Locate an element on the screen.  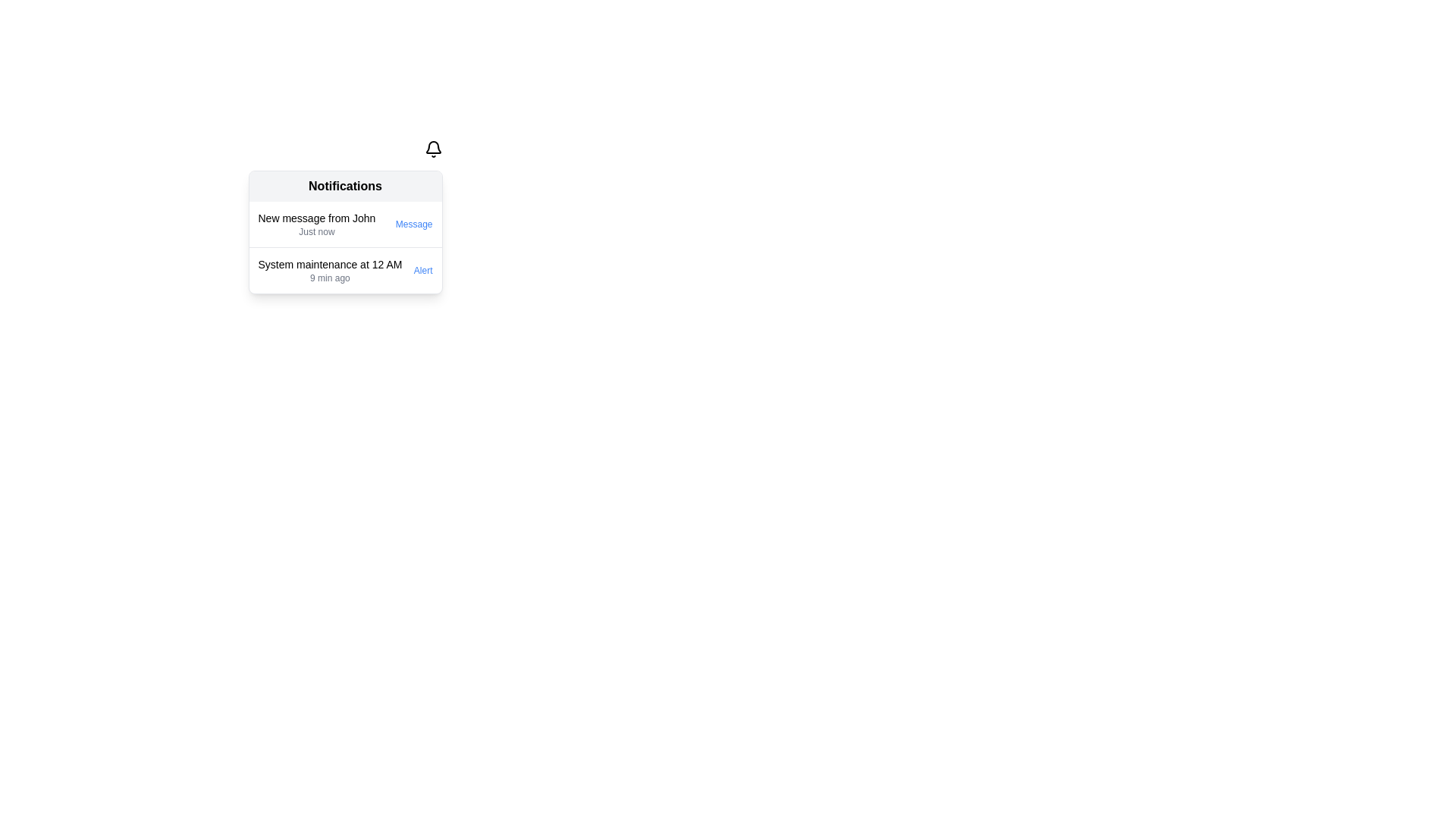
the 'Notifications' header in the notifications dropdown menu, which has a gray background and contains bold, centered text is located at coordinates (344, 186).